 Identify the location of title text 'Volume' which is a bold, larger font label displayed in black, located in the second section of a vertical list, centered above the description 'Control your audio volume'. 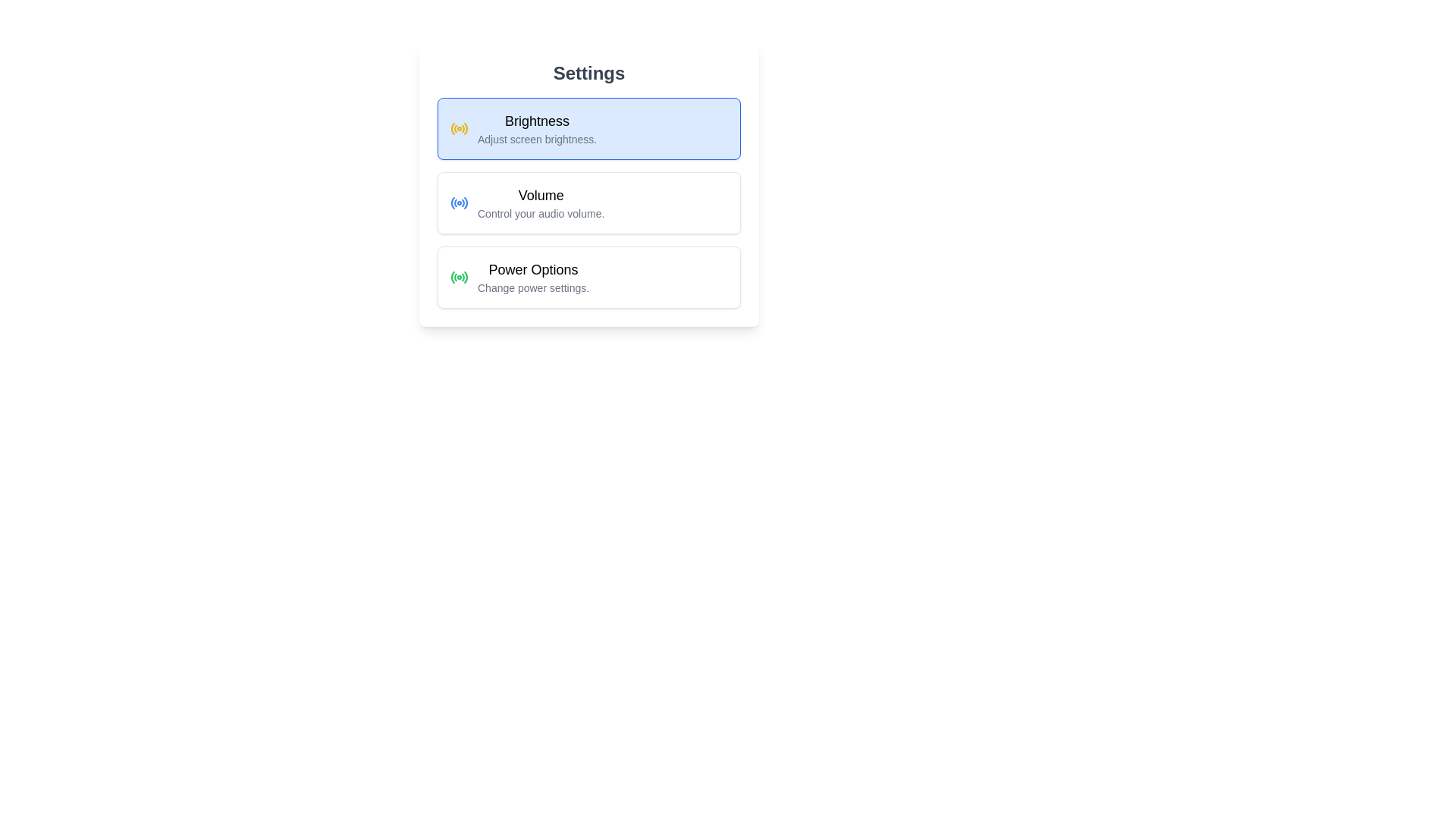
(541, 195).